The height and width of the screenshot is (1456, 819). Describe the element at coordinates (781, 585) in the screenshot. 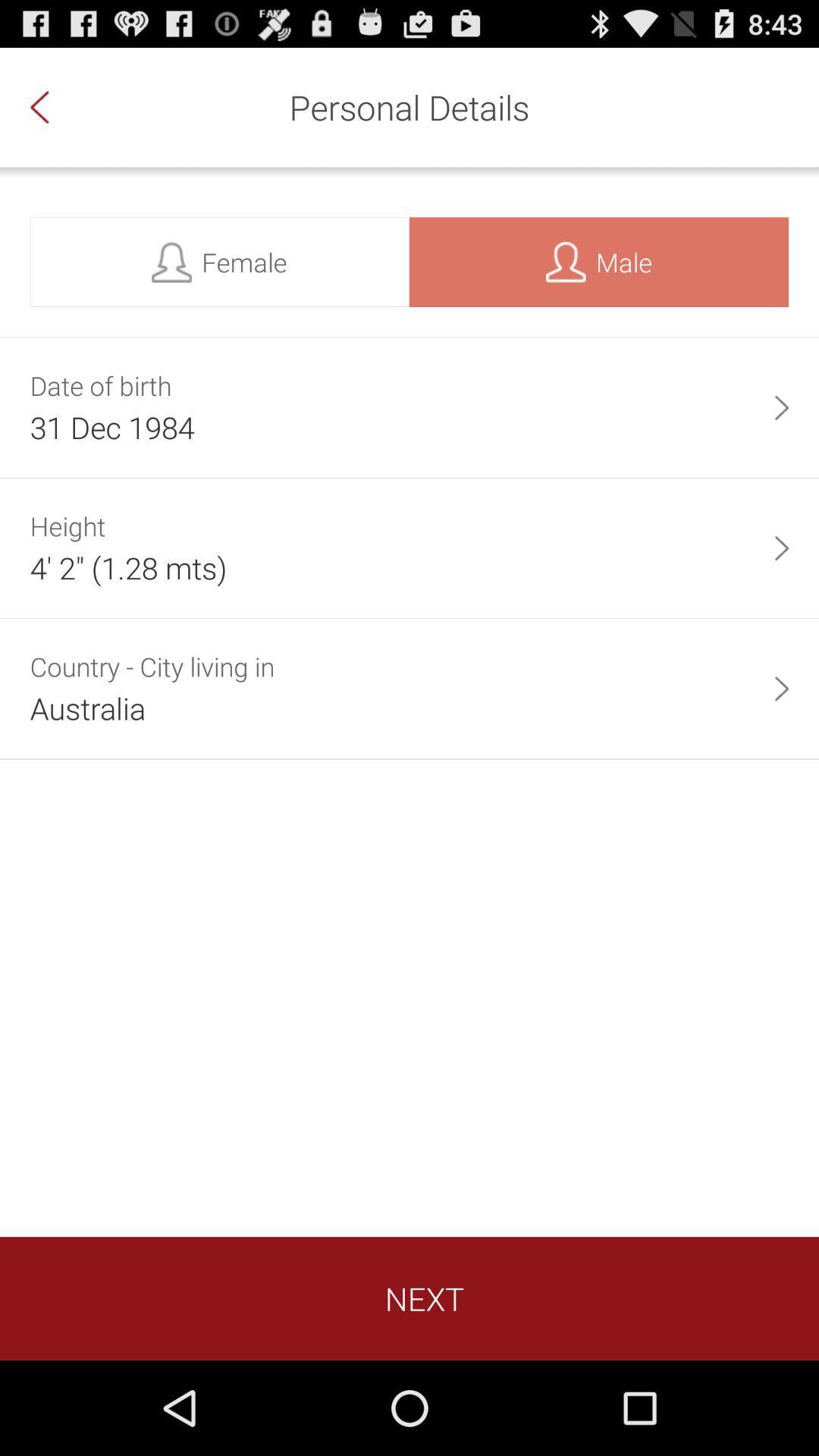

I see `the play icon` at that location.